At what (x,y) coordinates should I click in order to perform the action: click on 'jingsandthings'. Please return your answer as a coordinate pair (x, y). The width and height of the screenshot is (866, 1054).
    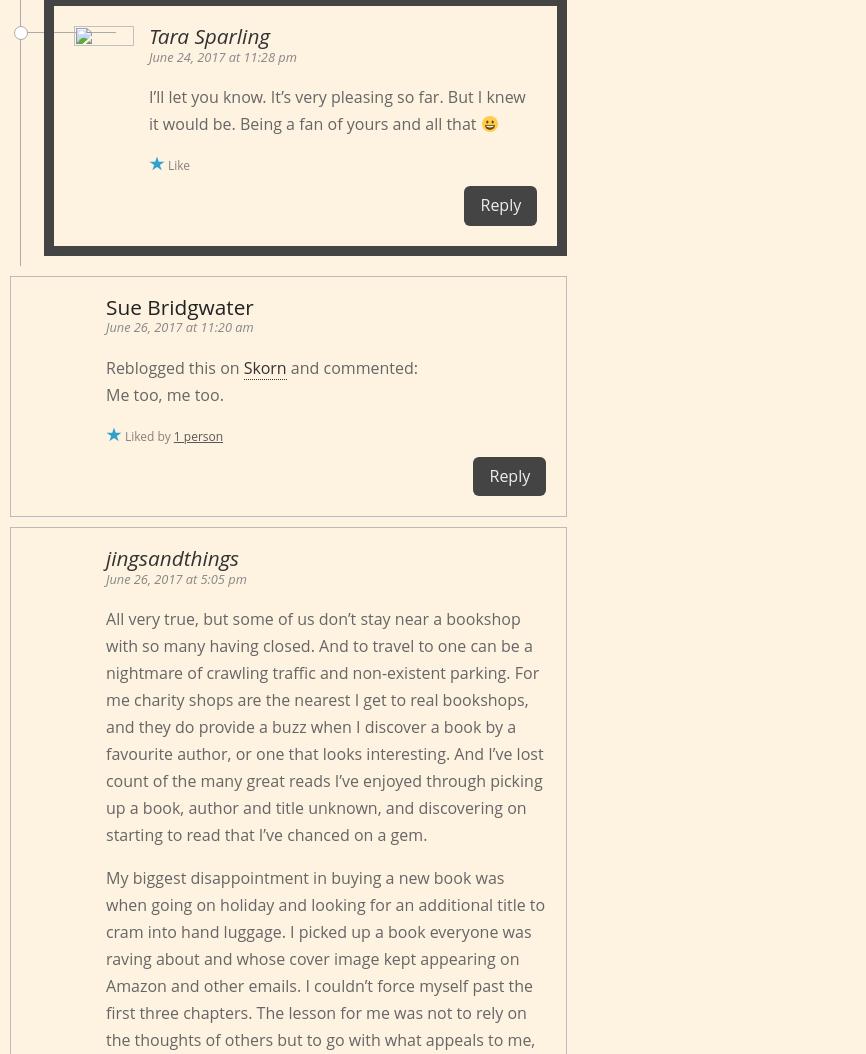
    Looking at the image, I should click on (172, 557).